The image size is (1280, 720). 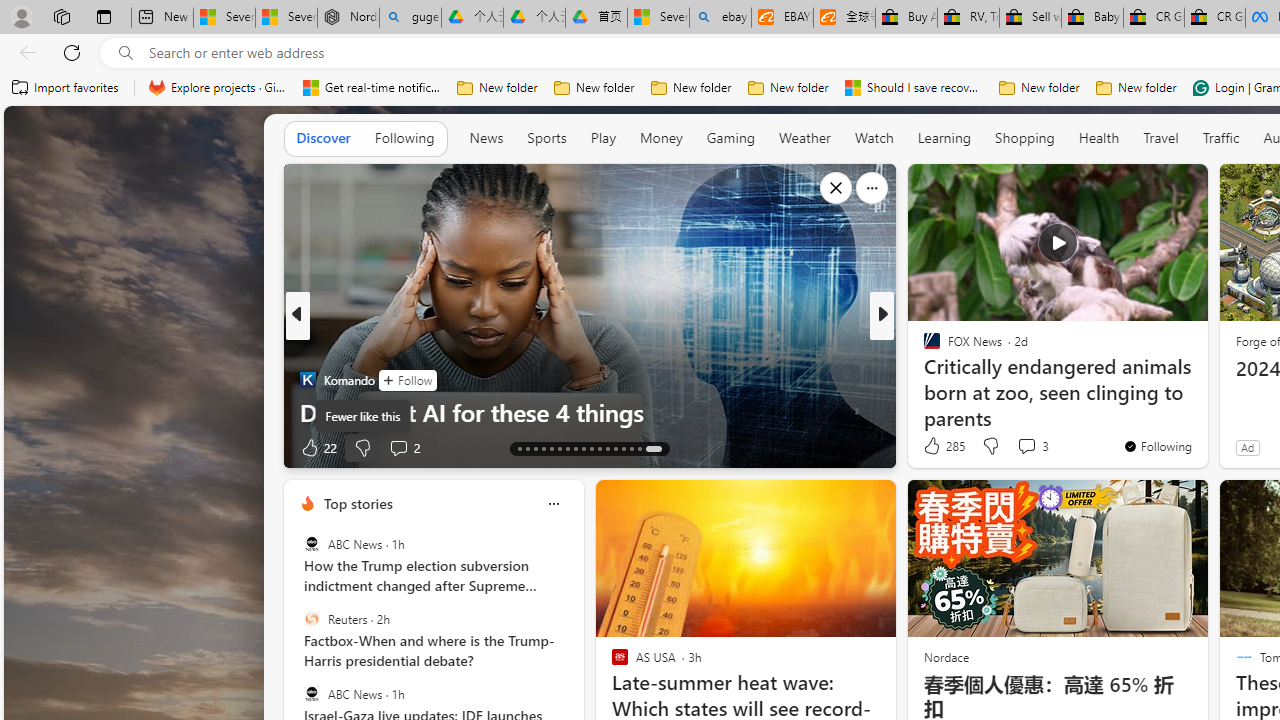 What do you see at coordinates (630, 447) in the screenshot?
I see `'AutomationID: tab-40'` at bounding box center [630, 447].